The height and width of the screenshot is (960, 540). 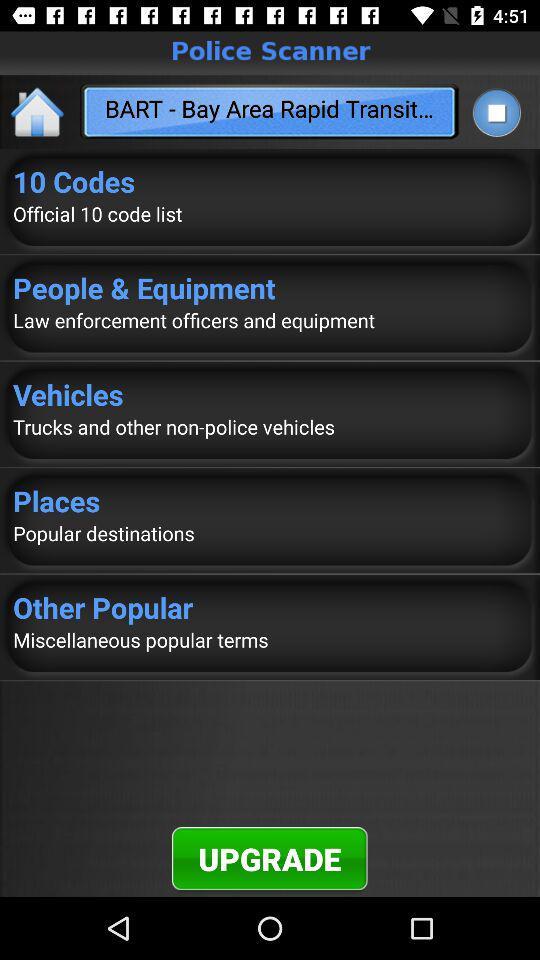 What do you see at coordinates (270, 532) in the screenshot?
I see `item above other popular icon` at bounding box center [270, 532].